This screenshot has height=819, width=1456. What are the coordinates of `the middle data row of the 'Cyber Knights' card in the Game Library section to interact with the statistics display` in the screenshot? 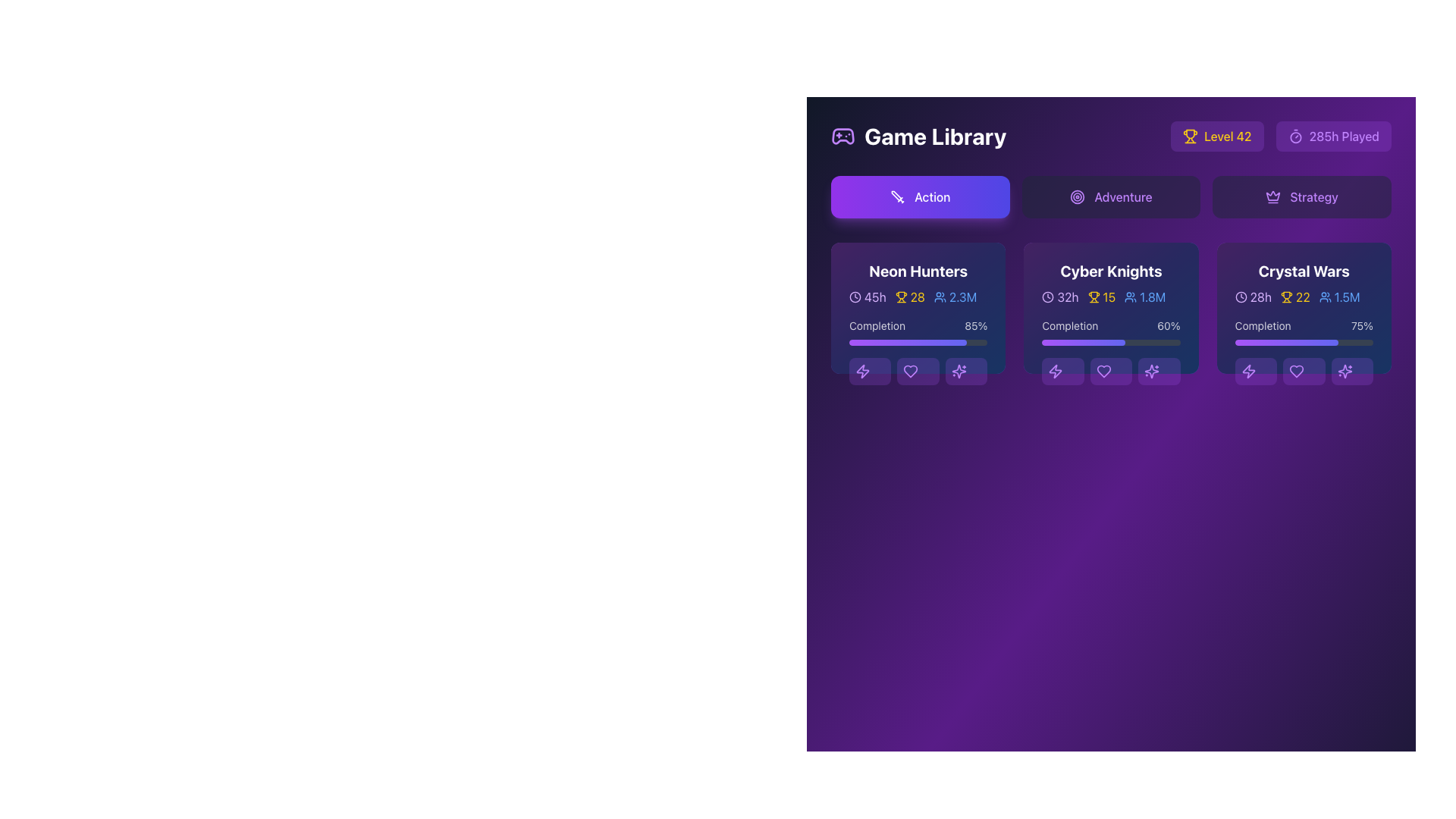 It's located at (1111, 297).